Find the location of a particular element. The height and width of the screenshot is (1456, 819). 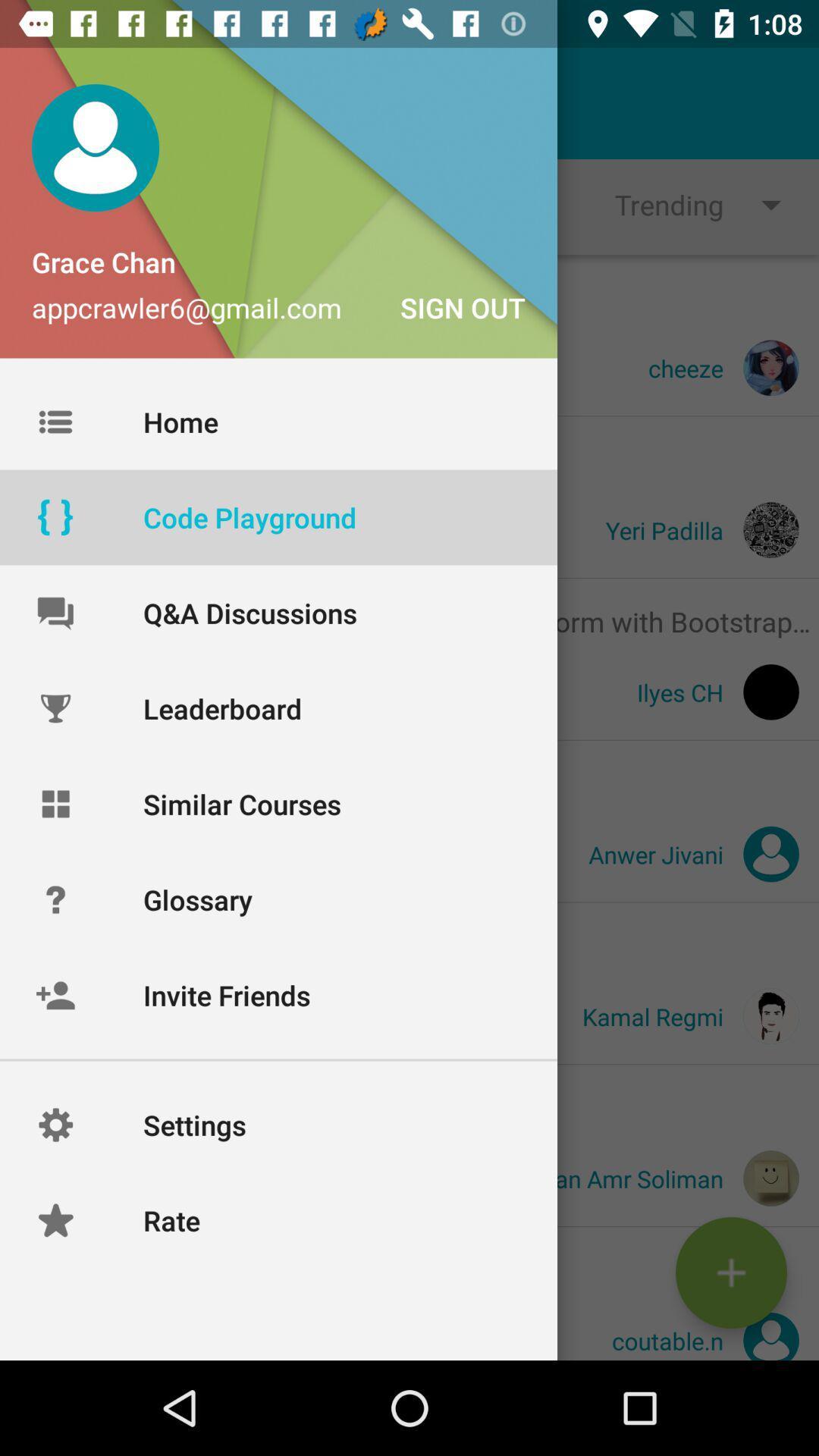

the add icon is located at coordinates (730, 1272).